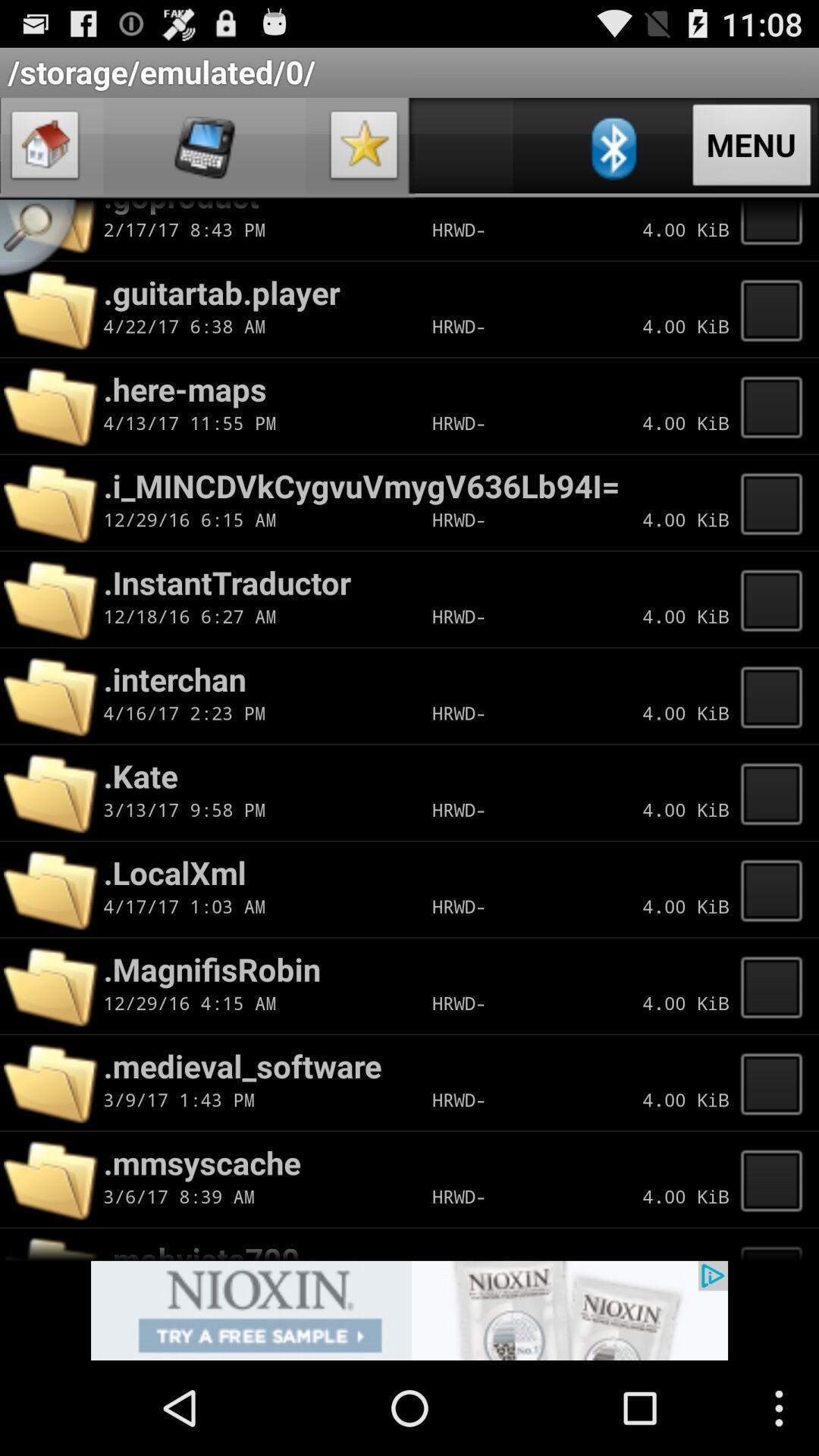  What do you see at coordinates (776, 1244) in the screenshot?
I see `outline` at bounding box center [776, 1244].